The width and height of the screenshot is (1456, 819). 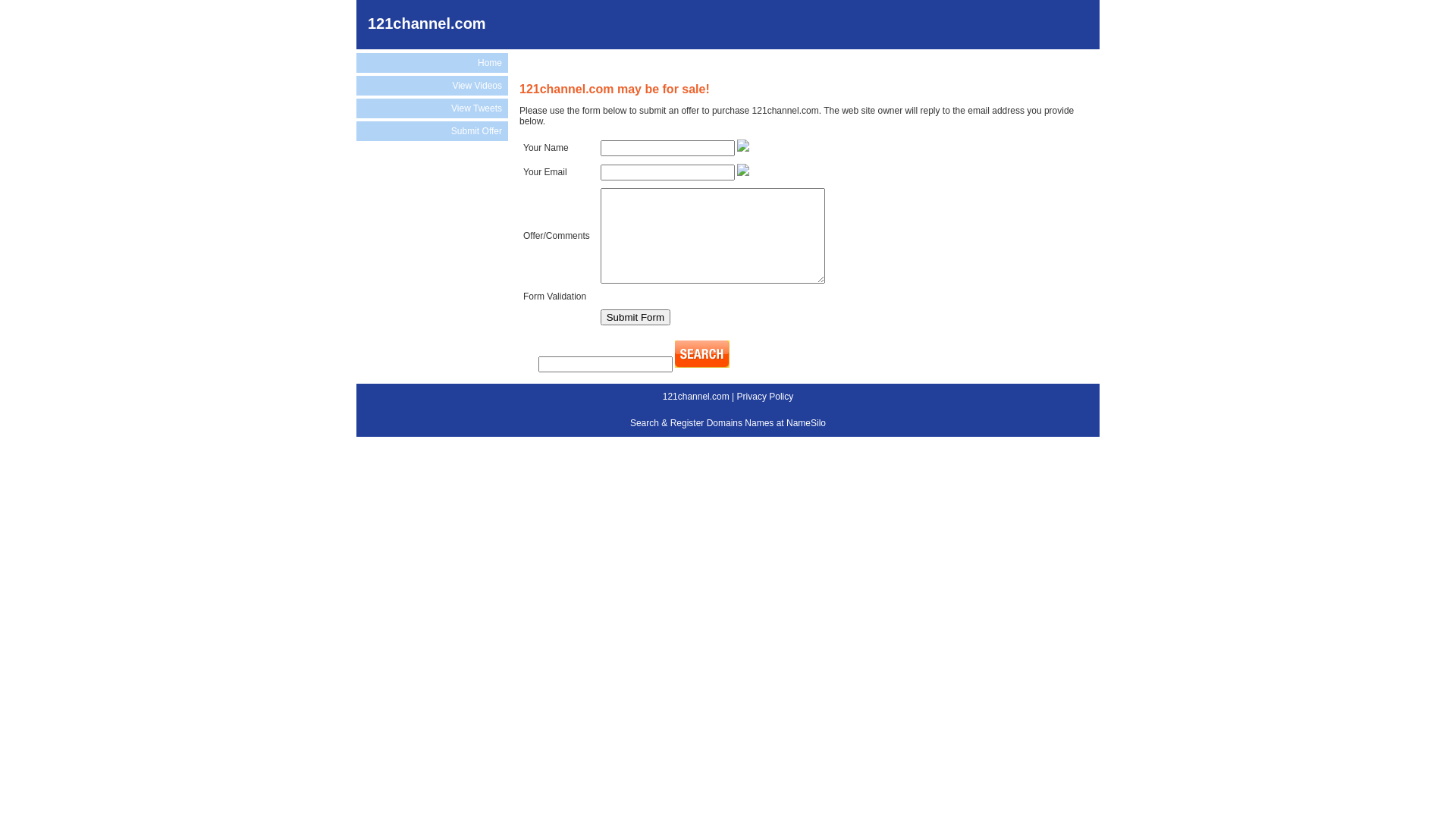 What do you see at coordinates (431, 130) in the screenshot?
I see `'Submit Offer'` at bounding box center [431, 130].